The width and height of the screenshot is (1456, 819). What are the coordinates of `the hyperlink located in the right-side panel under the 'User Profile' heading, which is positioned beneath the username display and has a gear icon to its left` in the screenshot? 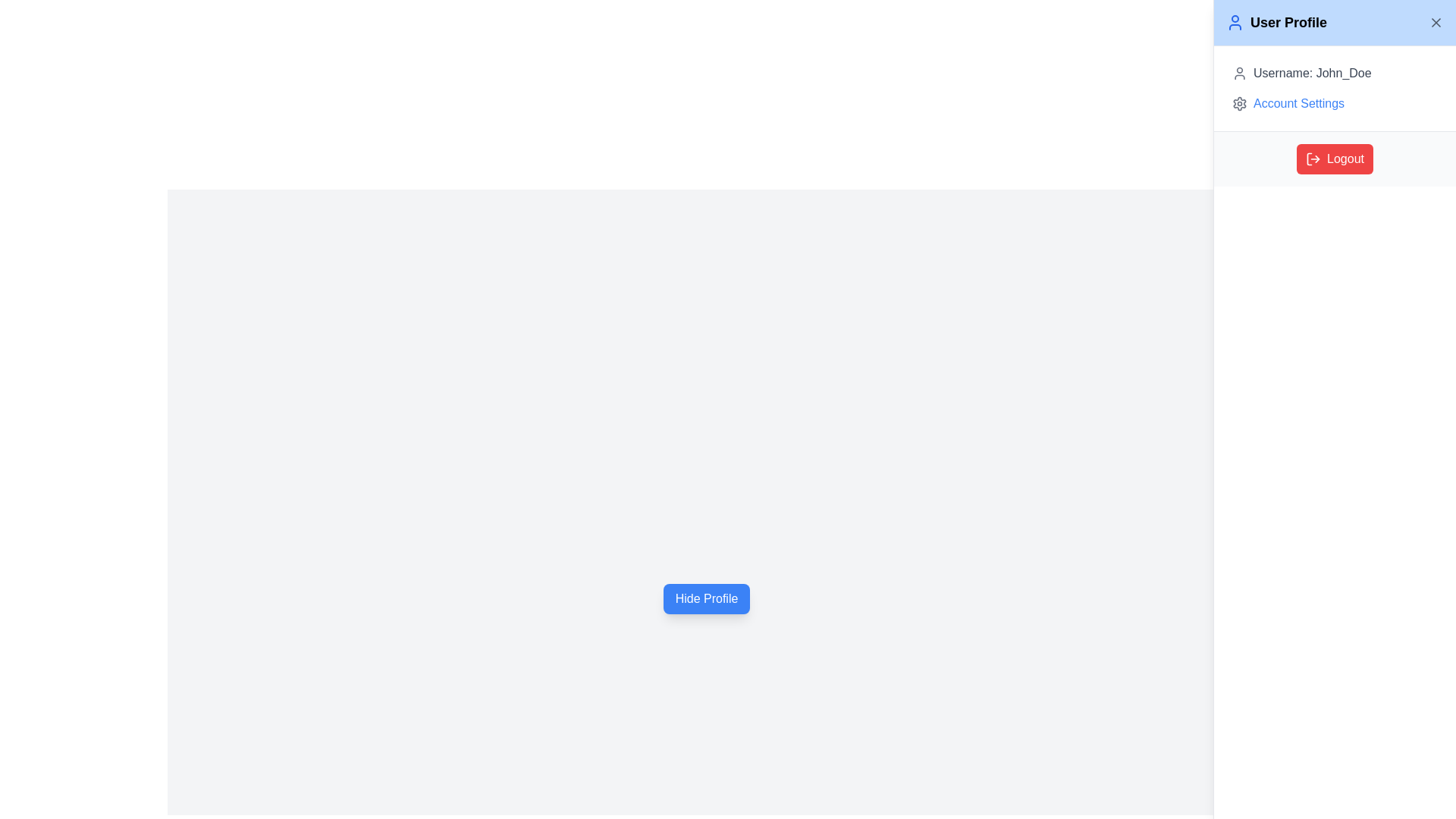 It's located at (1298, 103).